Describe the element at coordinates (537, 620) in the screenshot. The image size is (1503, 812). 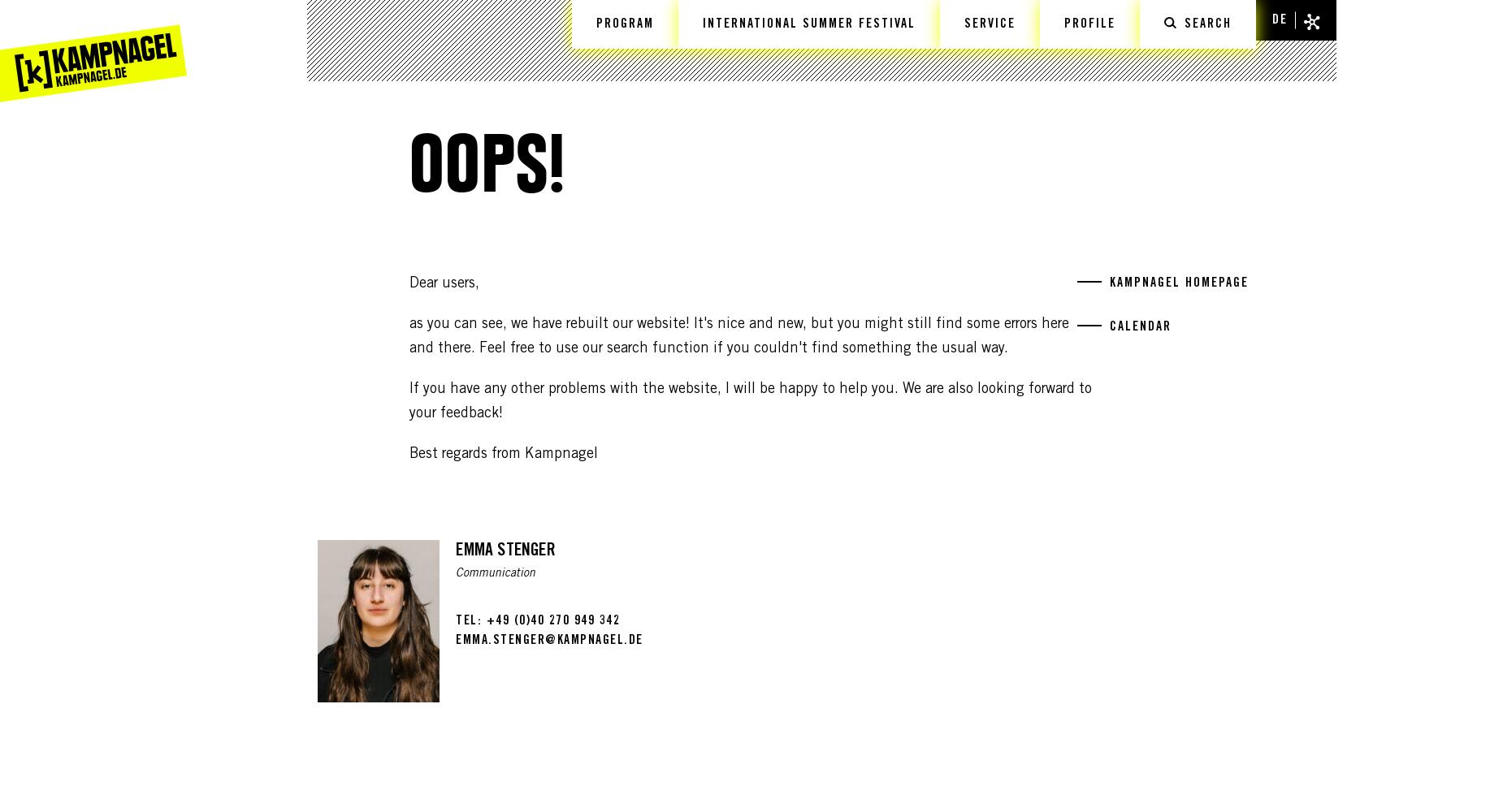
I see `'Tel: +49 (0)40 270 949 342'` at that location.